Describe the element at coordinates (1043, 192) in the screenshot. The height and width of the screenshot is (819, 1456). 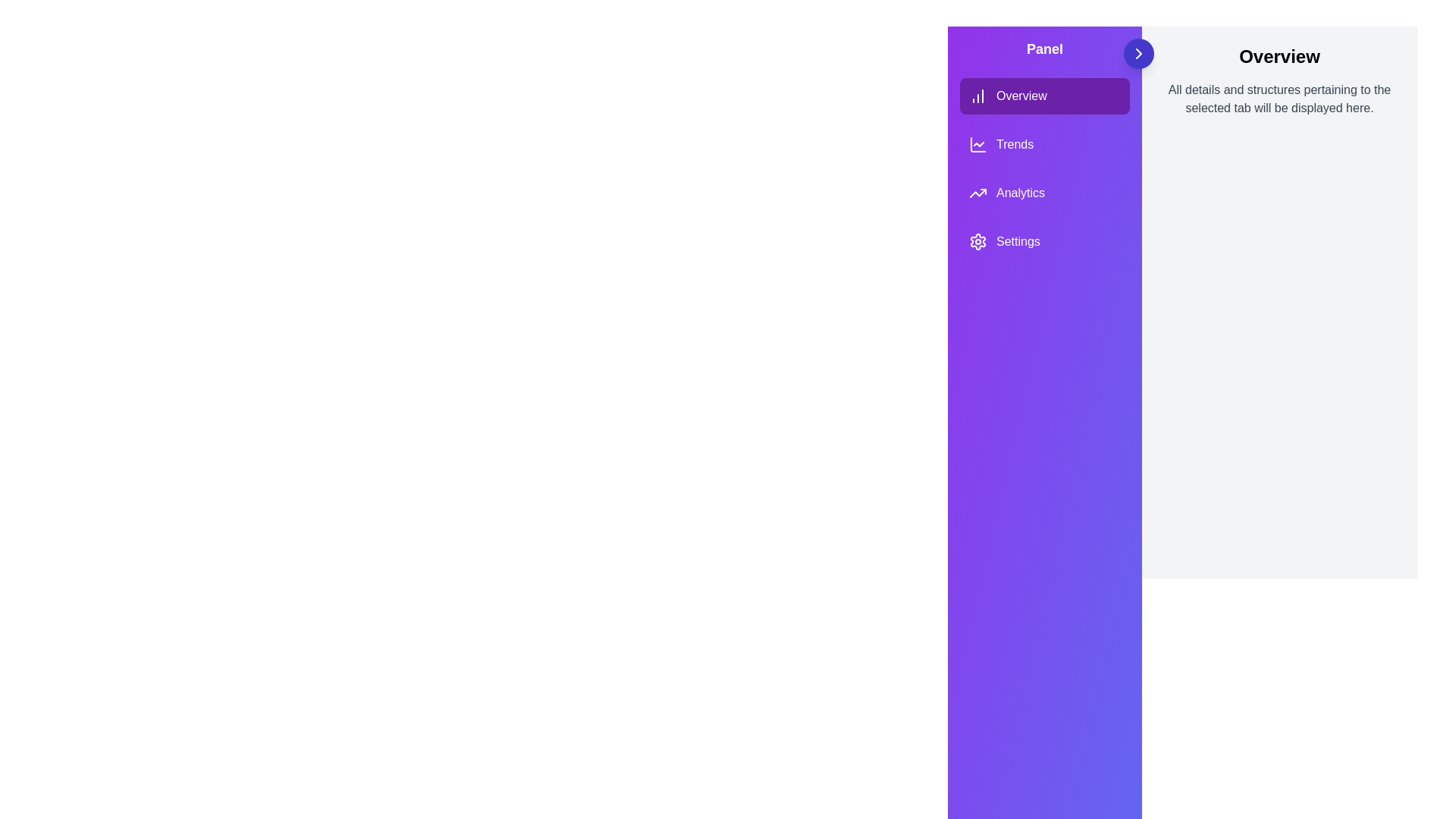
I see `the menu item labeled Analytics to see its hover effect` at that location.